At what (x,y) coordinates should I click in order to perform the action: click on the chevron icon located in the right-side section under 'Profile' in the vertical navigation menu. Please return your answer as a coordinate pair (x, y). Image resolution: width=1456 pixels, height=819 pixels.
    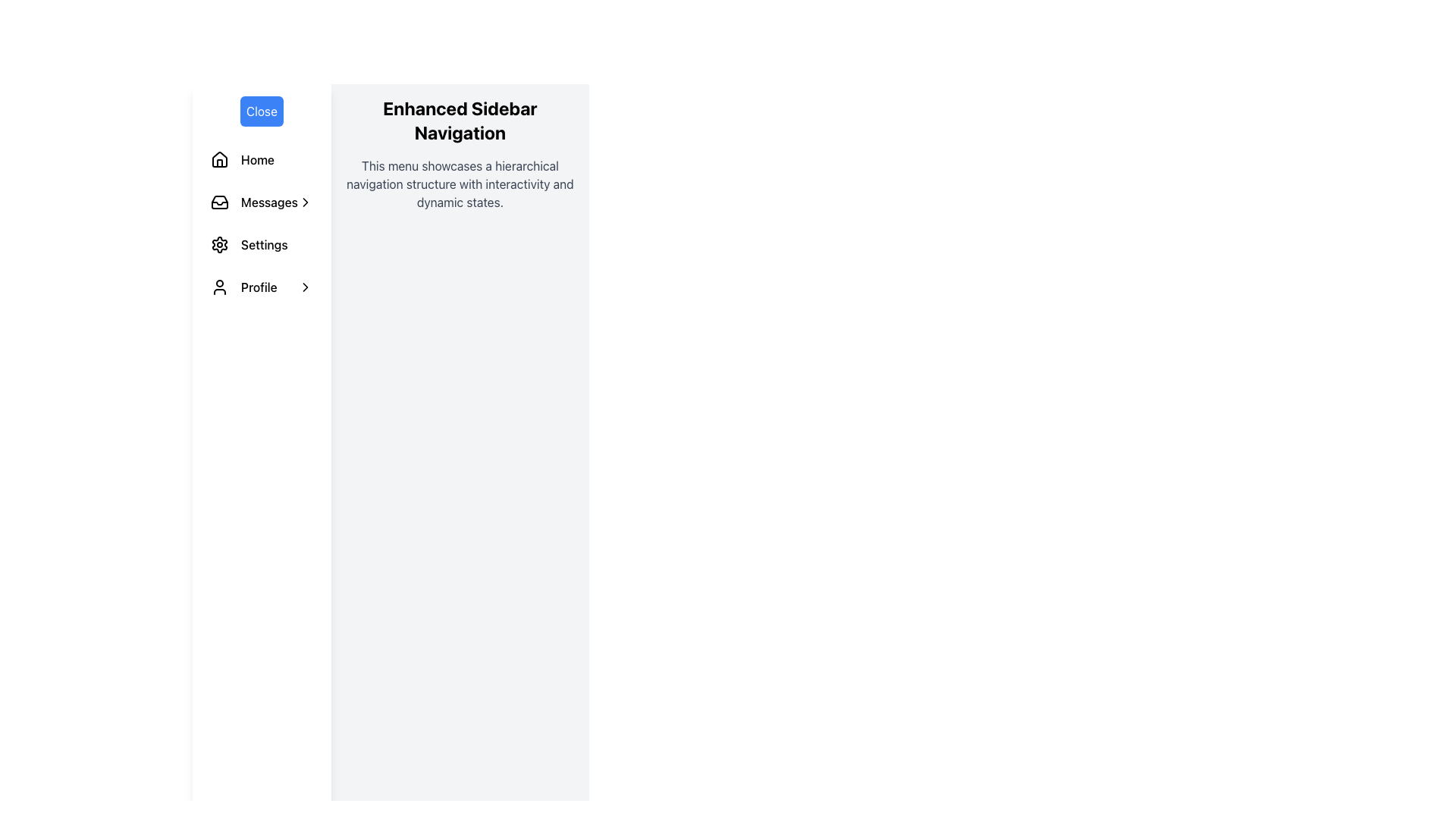
    Looking at the image, I should click on (304, 287).